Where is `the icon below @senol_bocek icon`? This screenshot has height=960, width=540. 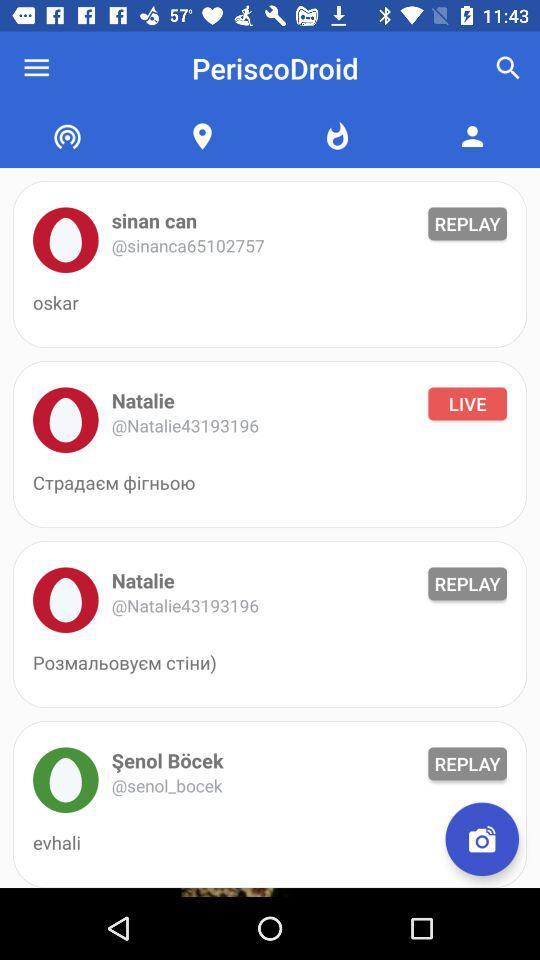
the icon below @senol_bocek icon is located at coordinates (481, 839).